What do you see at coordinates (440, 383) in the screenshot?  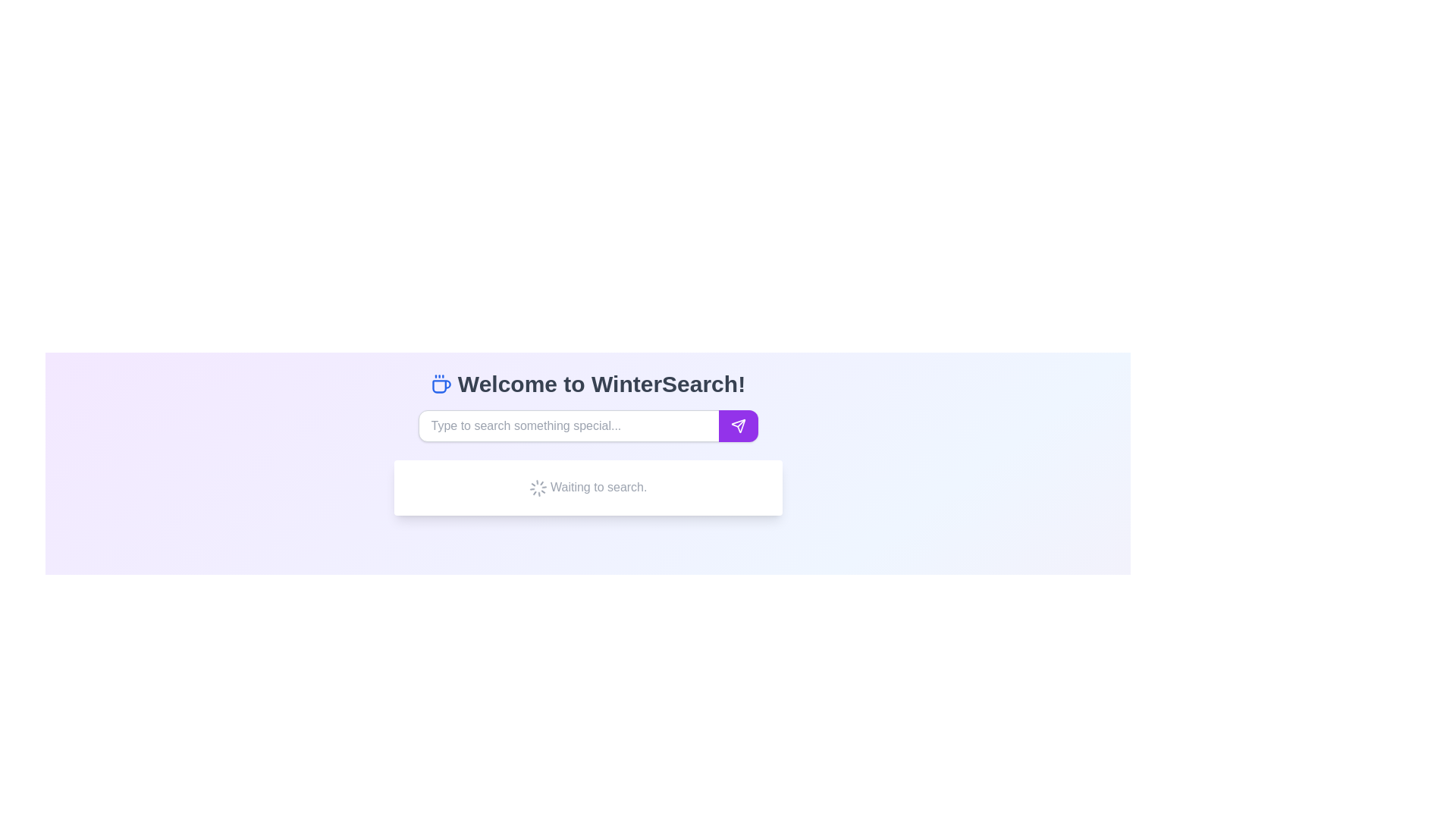 I see `the coffee cup icon located at the beginning of the header section, which enhances the visual appeal of the welcome text 'Welcome to WinterSearch!'` at bounding box center [440, 383].